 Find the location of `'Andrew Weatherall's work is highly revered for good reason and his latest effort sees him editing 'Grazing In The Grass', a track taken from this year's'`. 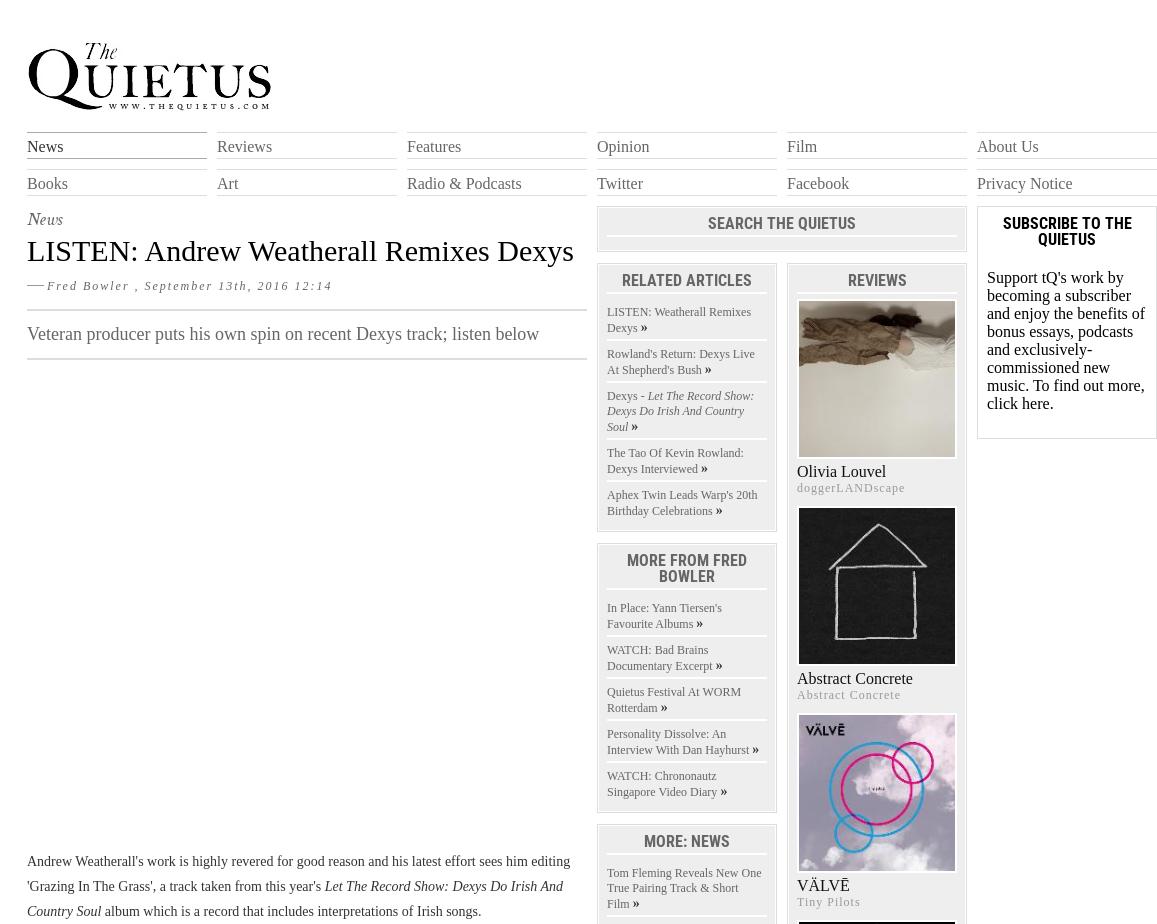

'Andrew Weatherall's work is highly revered for good reason and his latest effort sees him editing 'Grazing In The Grass', a track taken from this year's' is located at coordinates (297, 872).